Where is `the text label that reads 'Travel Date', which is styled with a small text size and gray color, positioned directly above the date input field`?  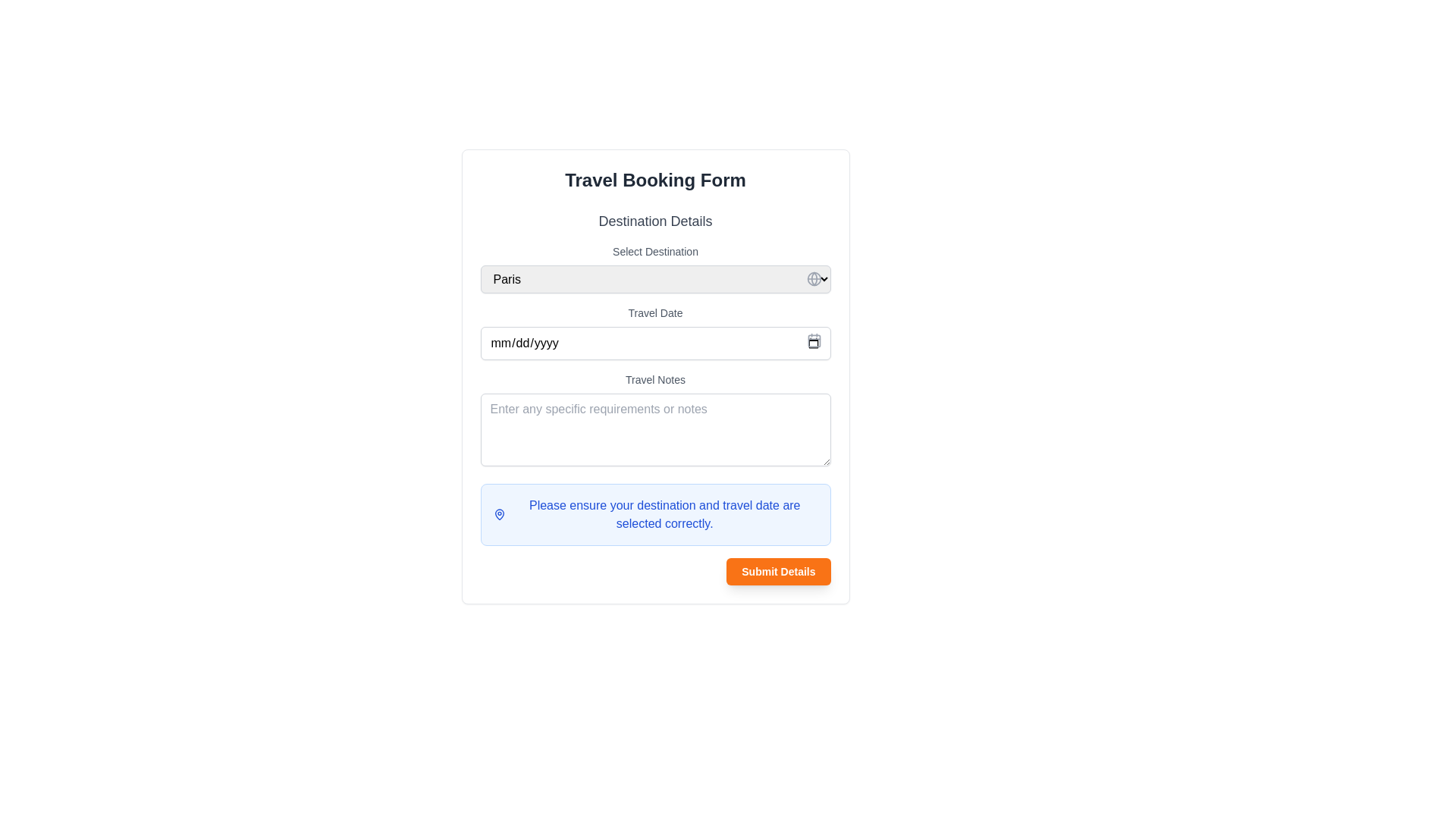 the text label that reads 'Travel Date', which is styled with a small text size and gray color, positioned directly above the date input field is located at coordinates (655, 312).